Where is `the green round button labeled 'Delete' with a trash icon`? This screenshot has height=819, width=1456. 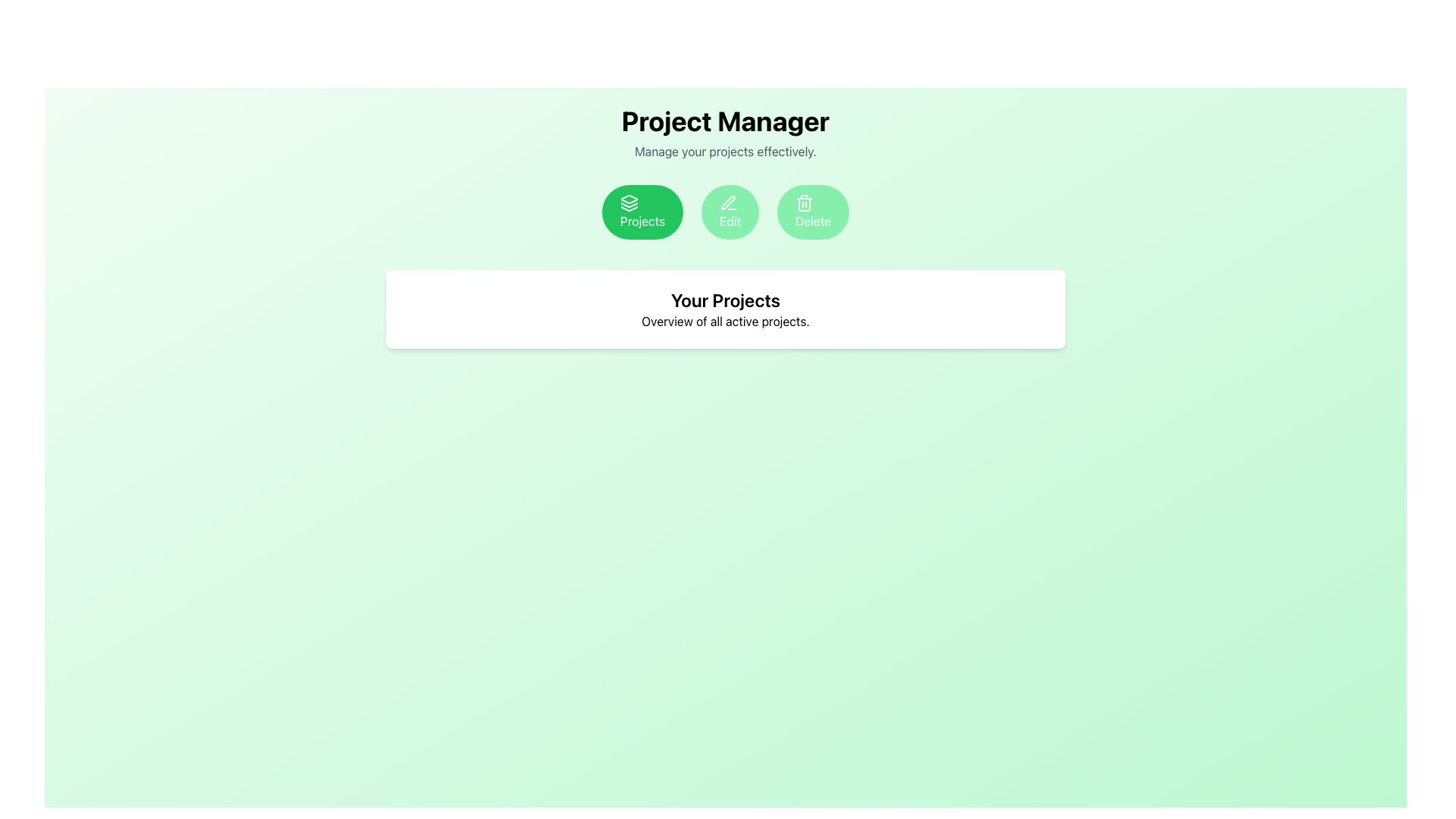
the green round button labeled 'Delete' with a trash icon is located at coordinates (812, 212).